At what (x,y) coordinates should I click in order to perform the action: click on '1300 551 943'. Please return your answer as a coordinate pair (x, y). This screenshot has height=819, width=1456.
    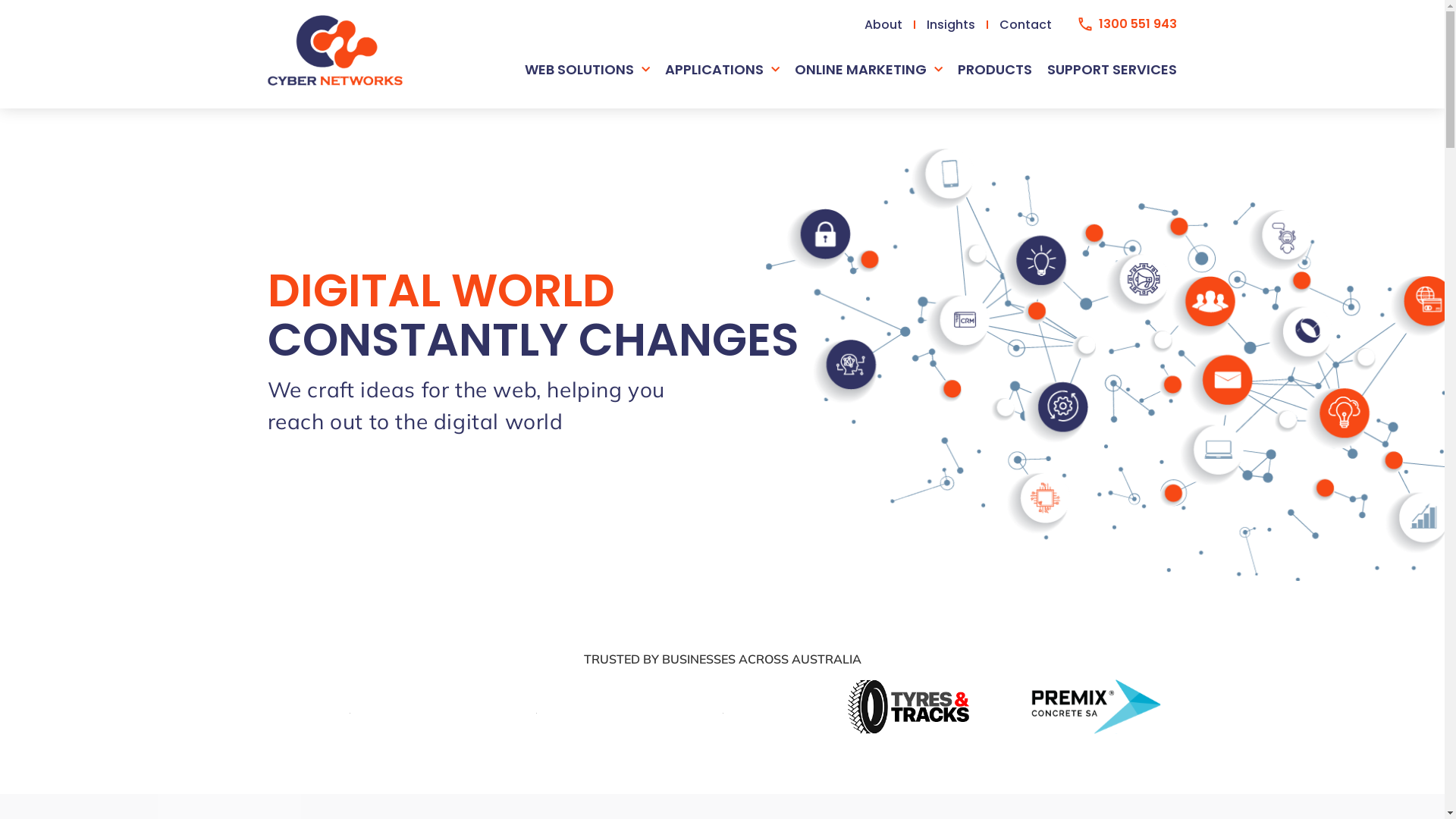
    Looking at the image, I should click on (1077, 24).